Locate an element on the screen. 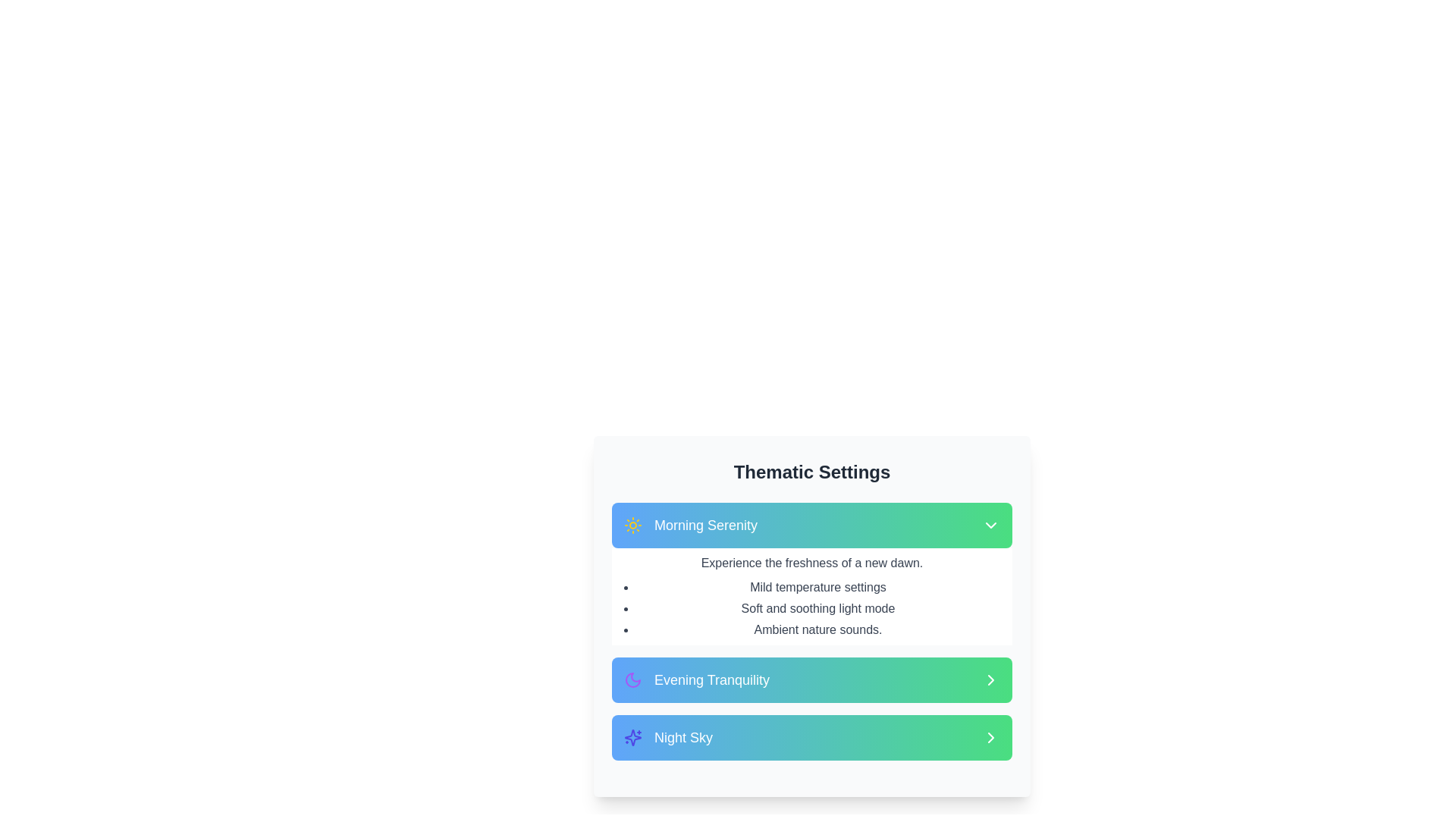 The width and height of the screenshot is (1456, 819). the text block containing bullet points with 'Mild temperature settings', 'Soft and soothing light mode', and 'Ambient nature sounds.' positioned under the heading 'Experience the freshness of a new dawn.' is located at coordinates (817, 607).